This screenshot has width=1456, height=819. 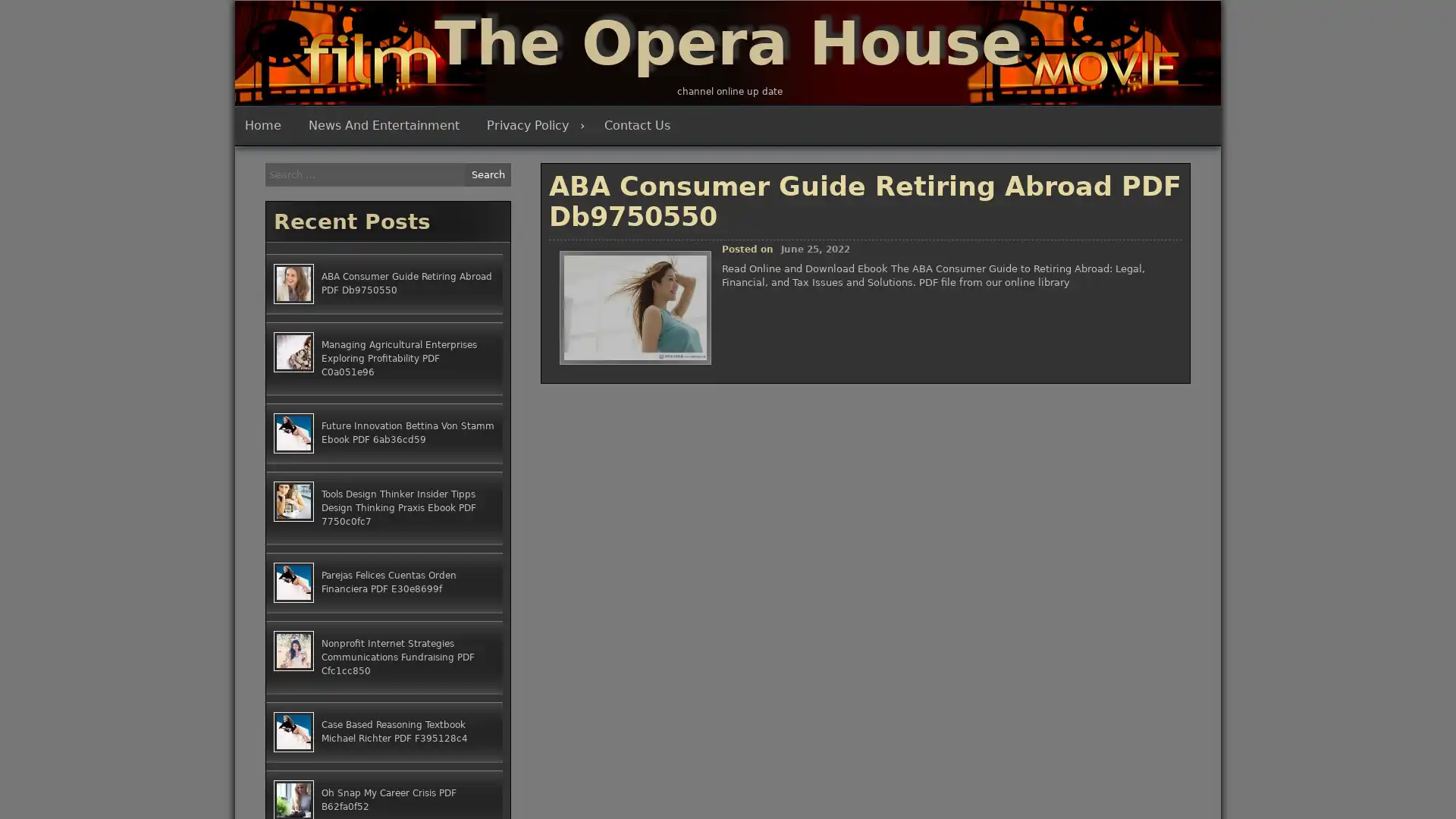 I want to click on Search, so click(x=488, y=174).